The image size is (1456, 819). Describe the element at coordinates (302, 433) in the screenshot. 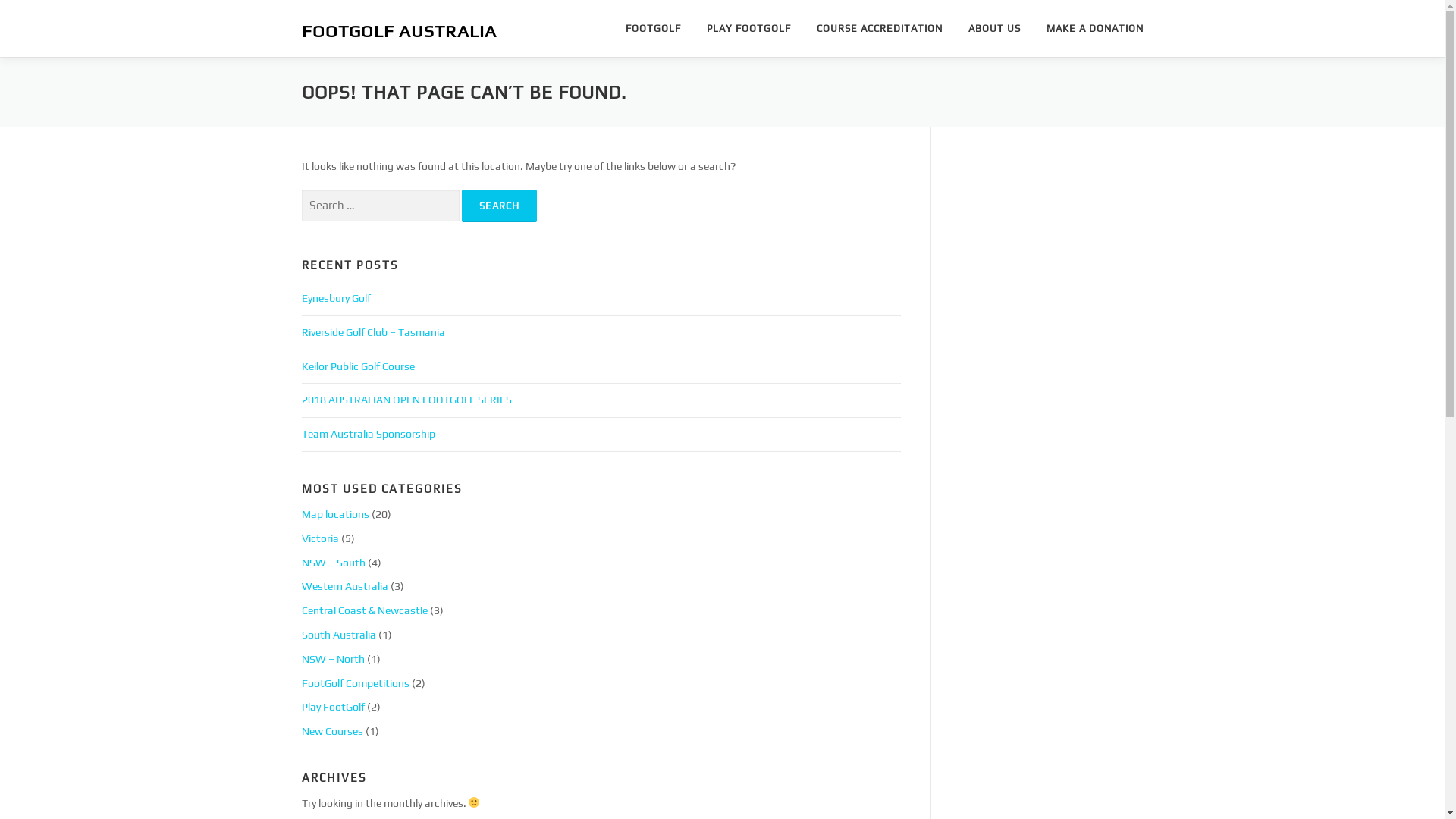

I see `'Team Australia Sponsorship'` at that location.